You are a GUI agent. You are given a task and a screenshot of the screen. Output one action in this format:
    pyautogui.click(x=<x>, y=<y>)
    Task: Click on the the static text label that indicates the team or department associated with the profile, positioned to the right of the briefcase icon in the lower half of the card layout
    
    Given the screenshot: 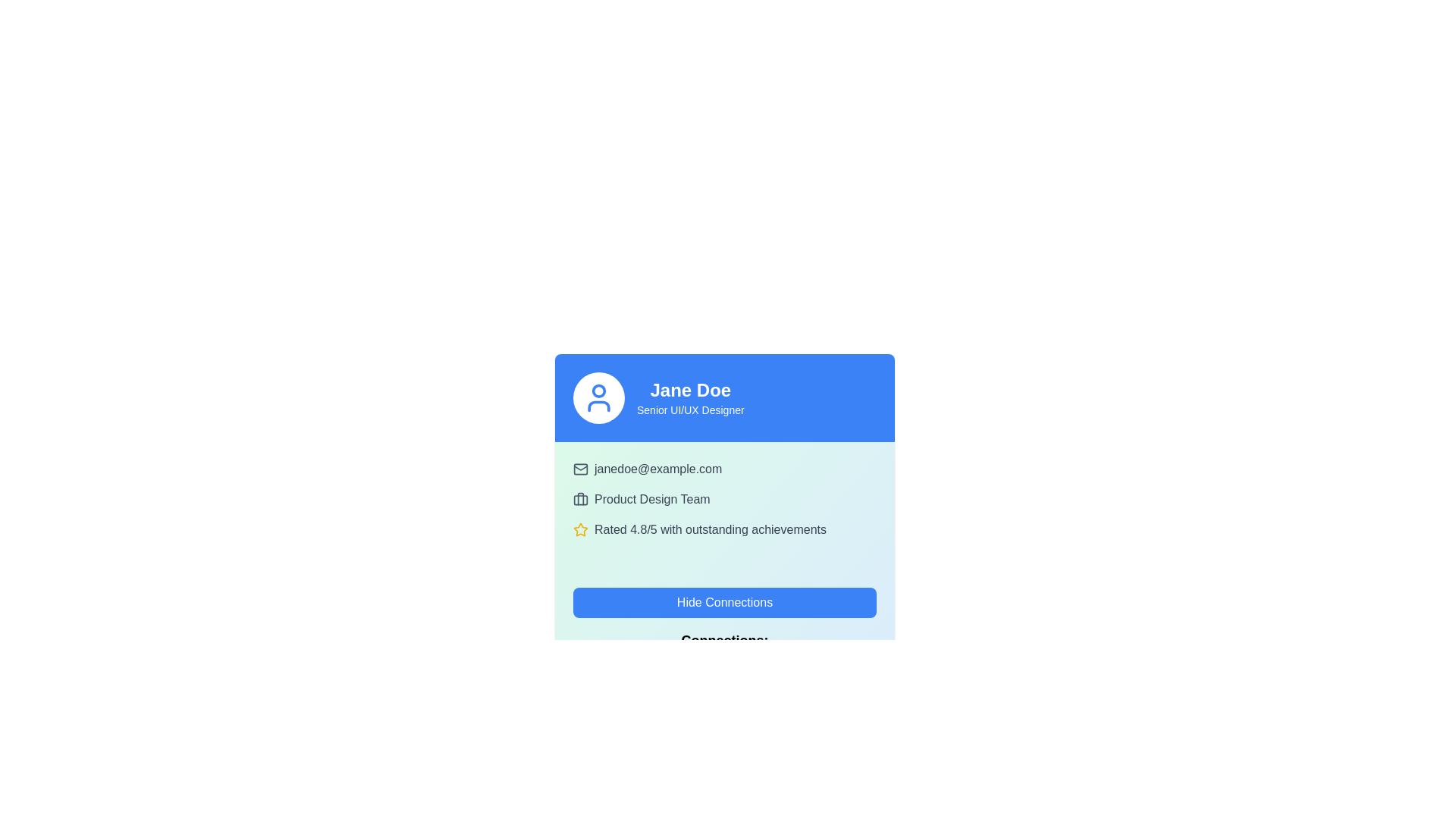 What is the action you would take?
    pyautogui.click(x=652, y=500)
    